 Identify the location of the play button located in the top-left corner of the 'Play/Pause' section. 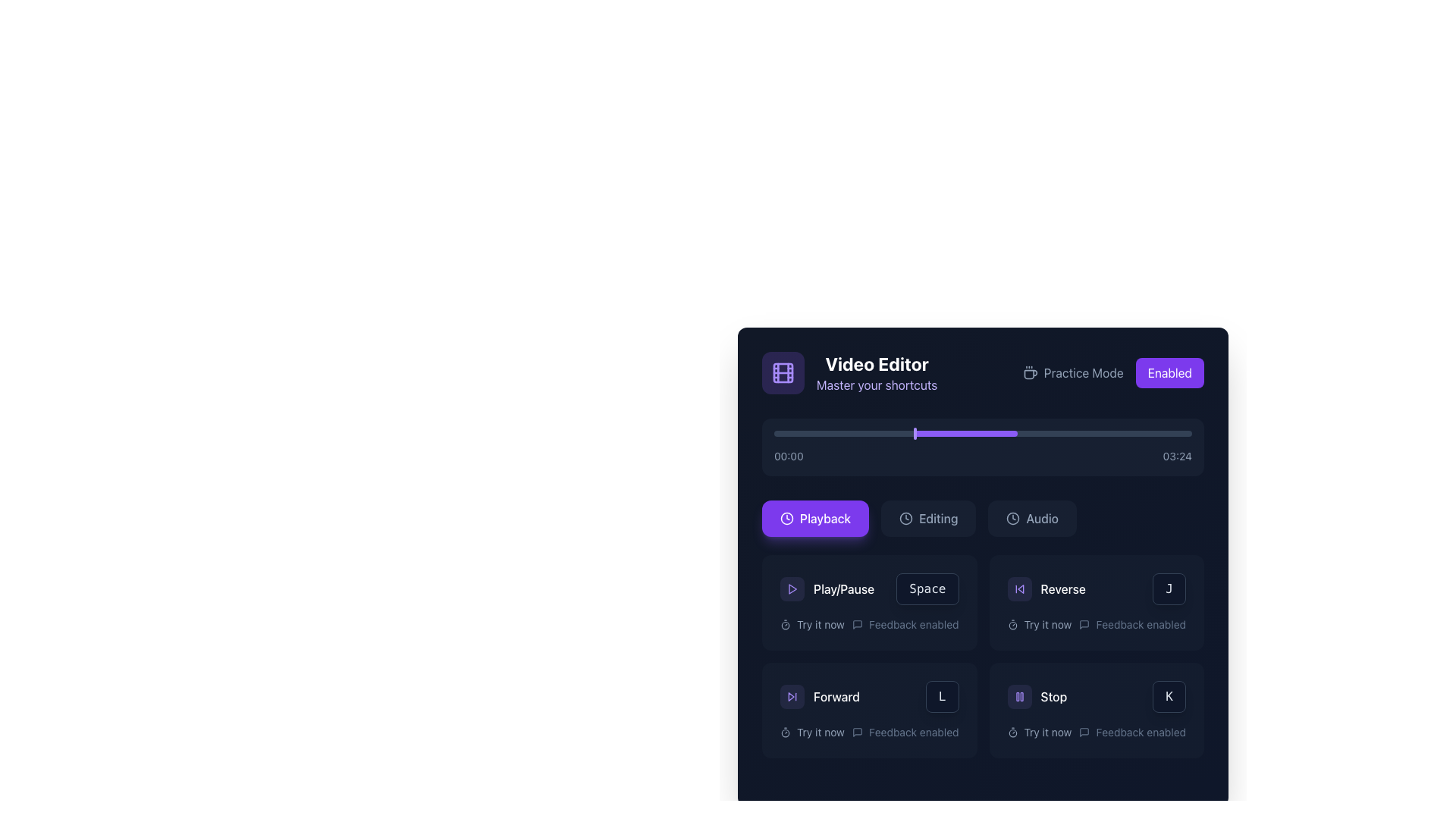
(792, 588).